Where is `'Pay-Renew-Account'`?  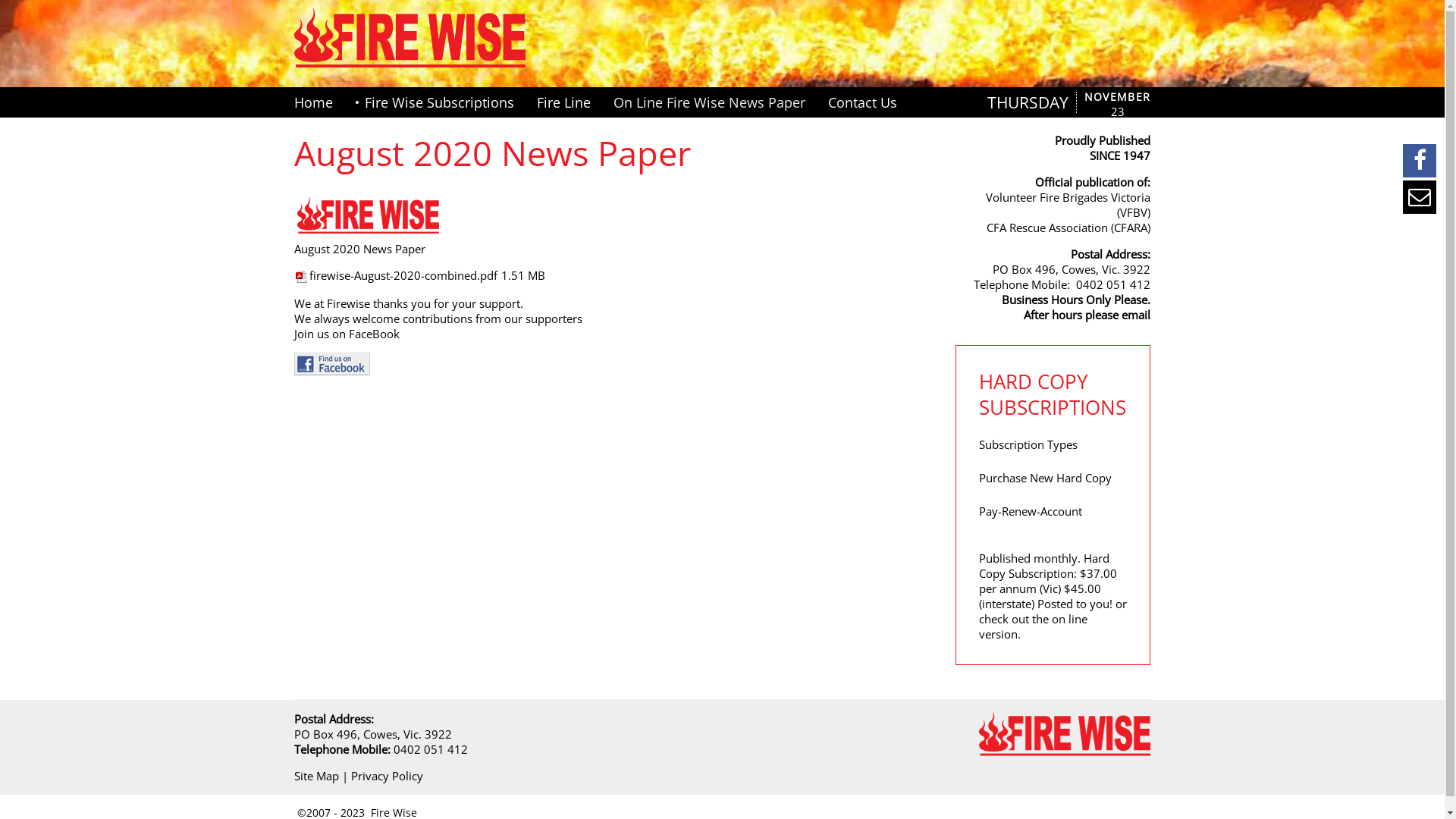
'Pay-Renew-Account' is located at coordinates (1030, 511).